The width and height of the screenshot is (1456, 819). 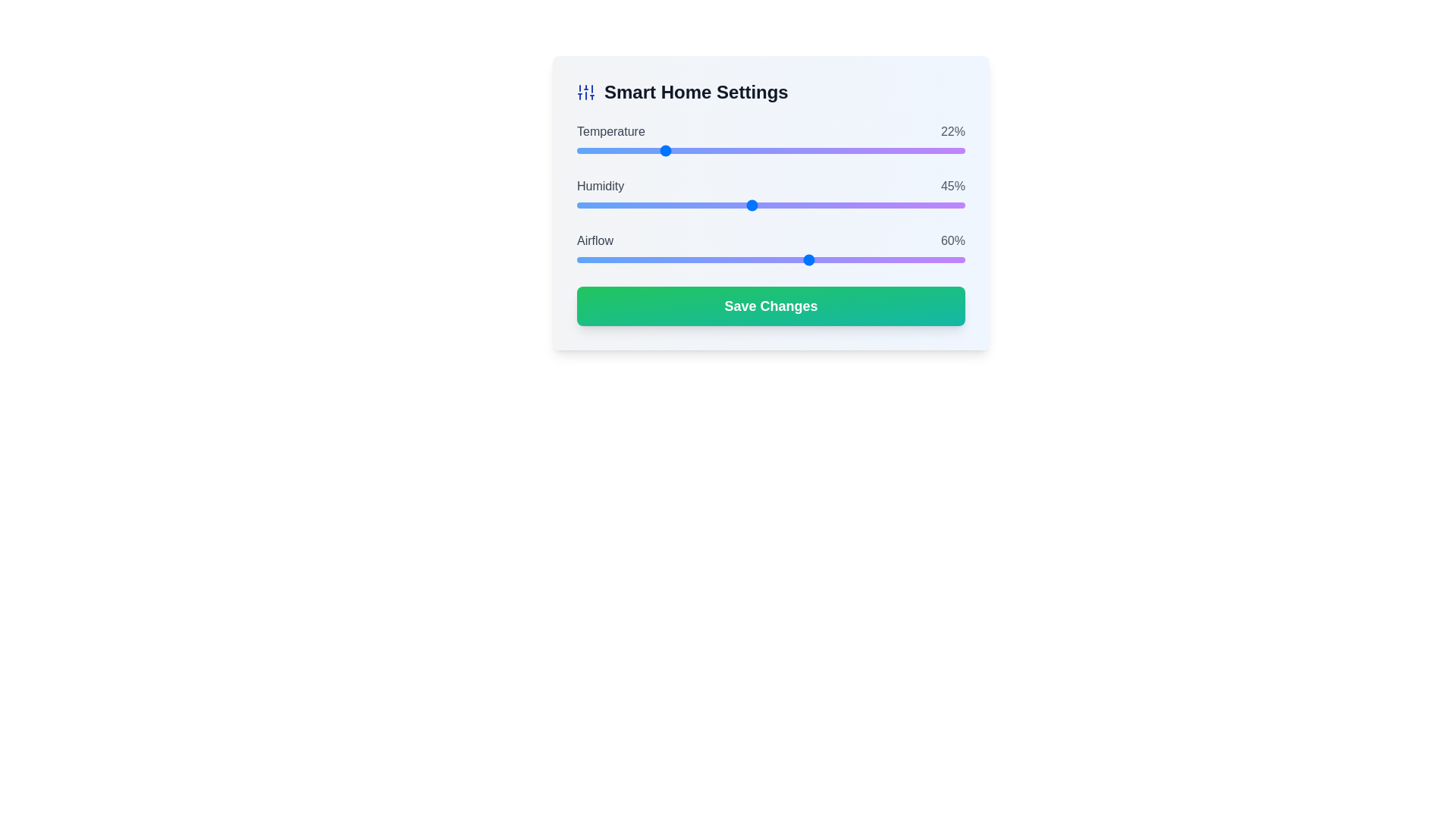 I want to click on the slider, so click(x=627, y=151).